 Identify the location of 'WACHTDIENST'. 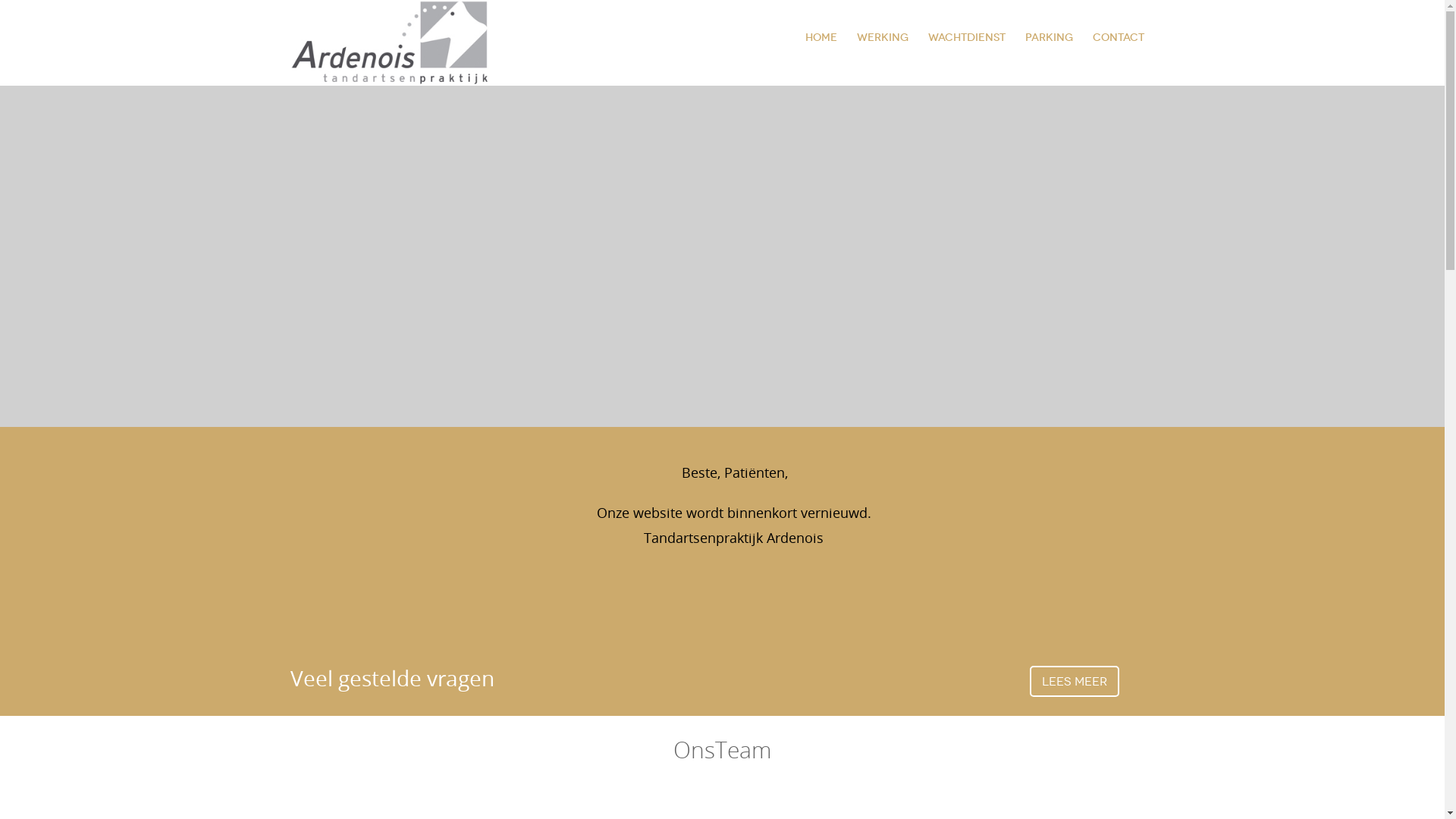
(965, 37).